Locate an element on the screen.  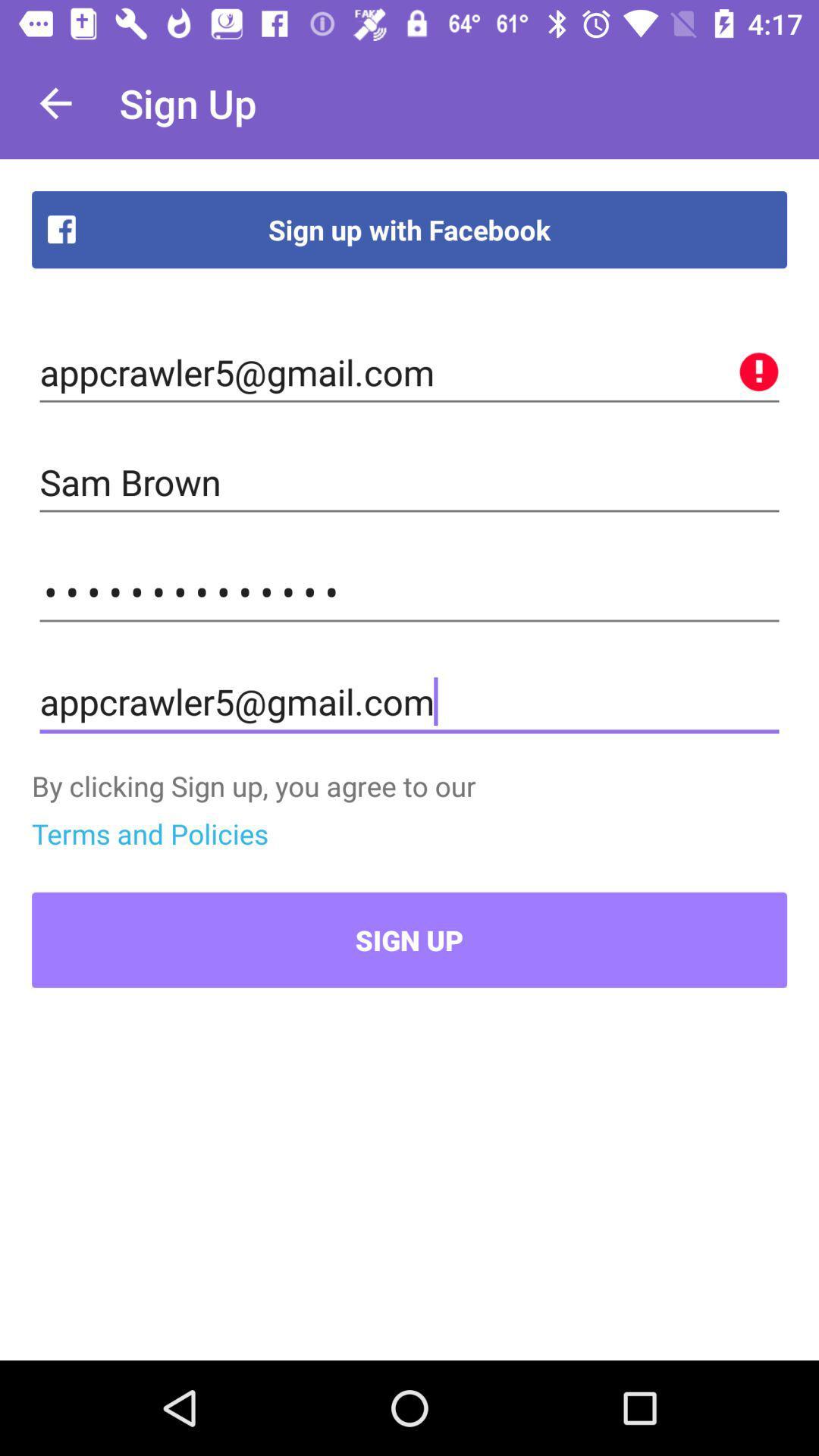
the icon above sign up item is located at coordinates (149, 833).